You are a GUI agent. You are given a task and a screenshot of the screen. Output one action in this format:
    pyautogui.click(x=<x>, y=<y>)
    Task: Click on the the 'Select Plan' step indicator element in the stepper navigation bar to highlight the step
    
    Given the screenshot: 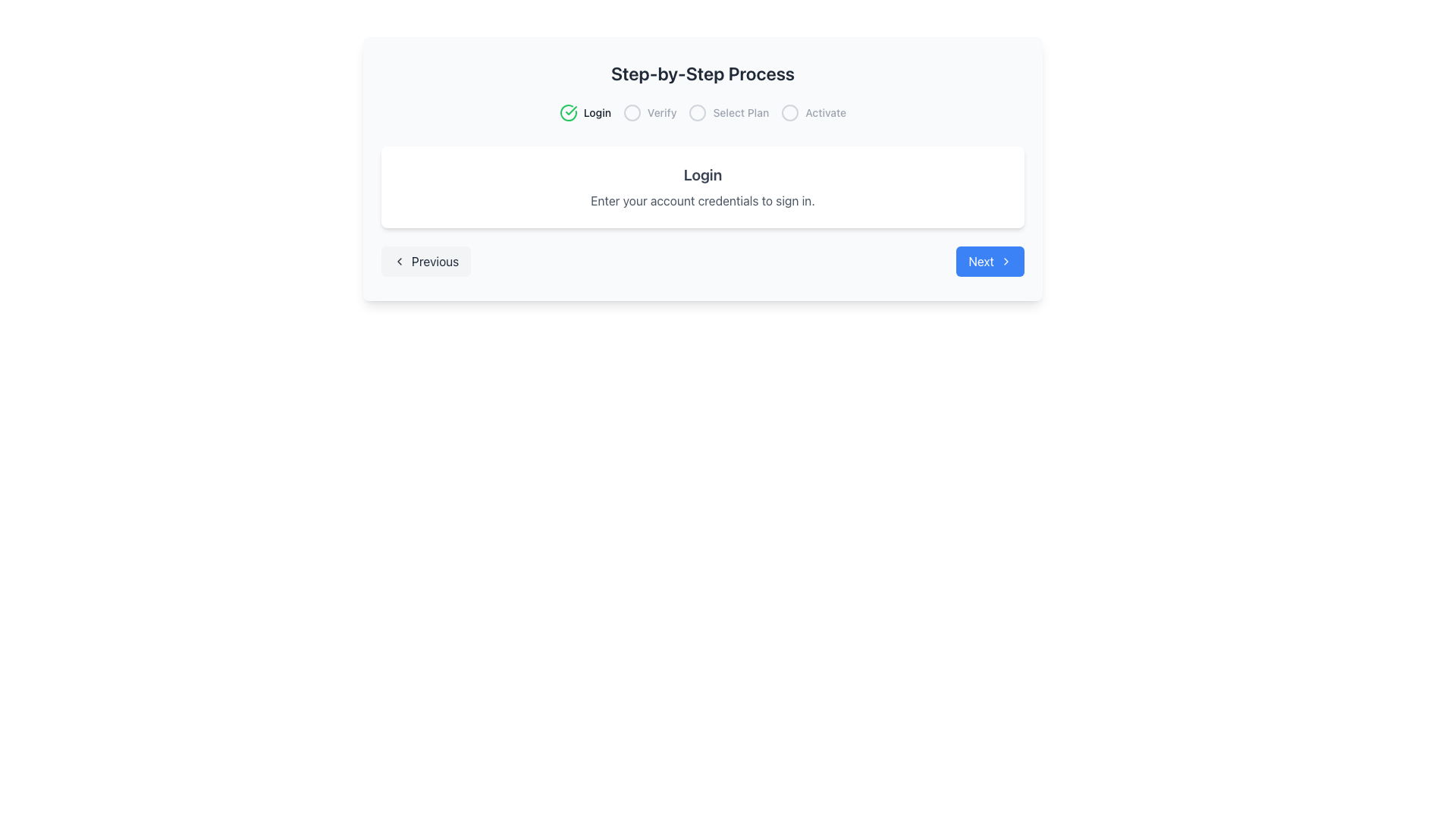 What is the action you would take?
    pyautogui.click(x=729, y=112)
    